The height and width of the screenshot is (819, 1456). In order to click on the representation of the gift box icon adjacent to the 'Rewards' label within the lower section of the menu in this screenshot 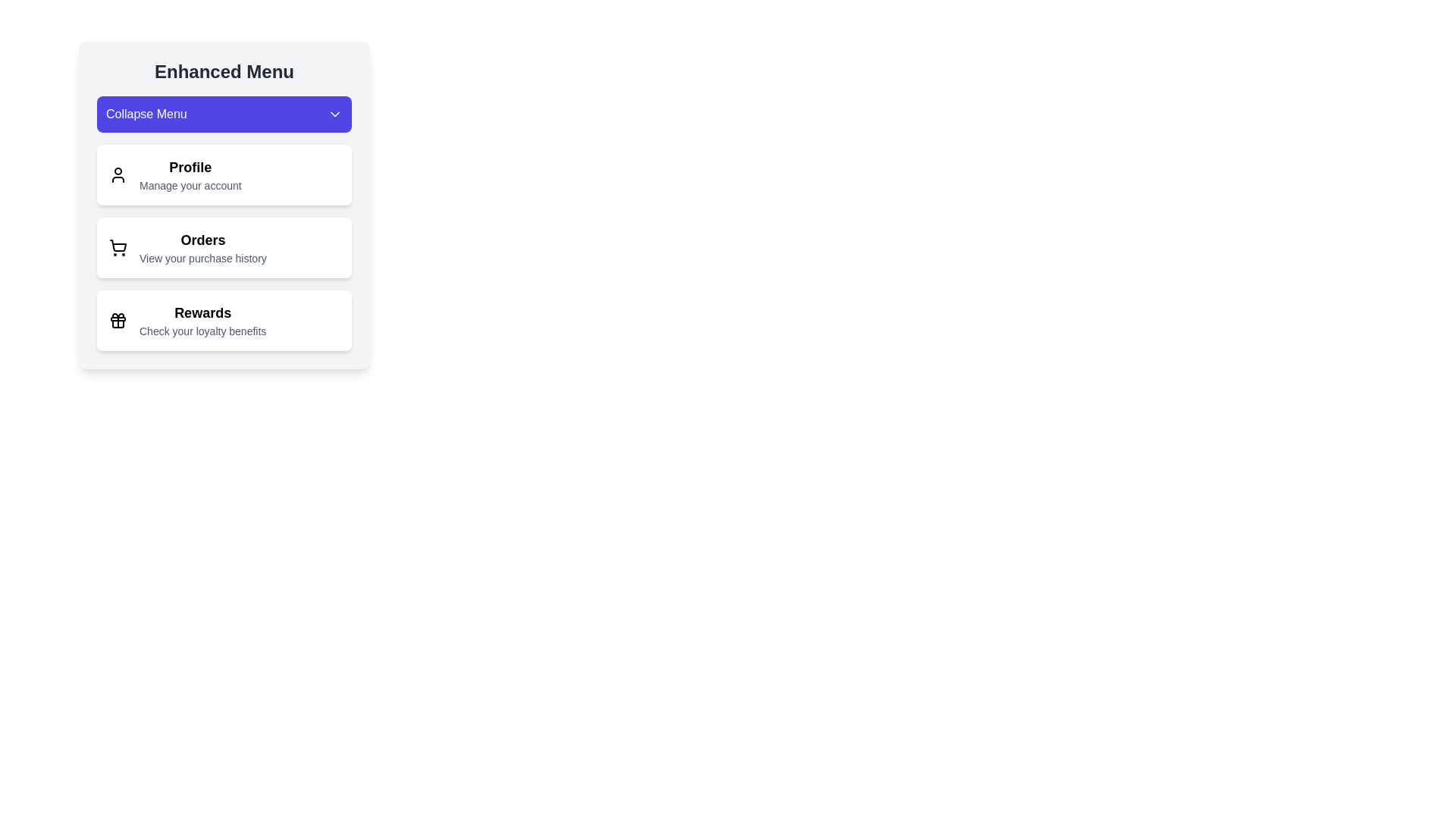, I will do `click(118, 320)`.